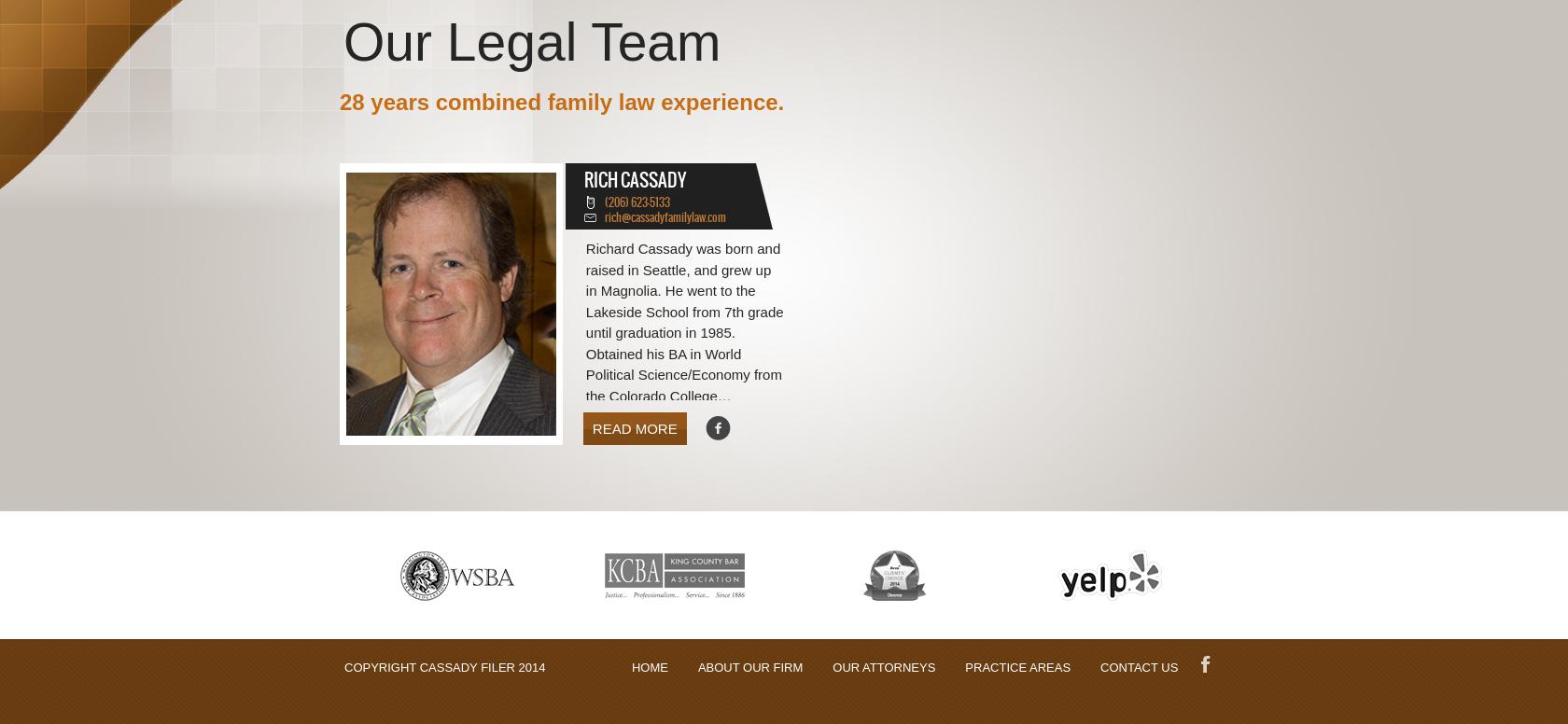 The width and height of the screenshot is (1568, 724). What do you see at coordinates (634, 427) in the screenshot?
I see `'Read more'` at bounding box center [634, 427].